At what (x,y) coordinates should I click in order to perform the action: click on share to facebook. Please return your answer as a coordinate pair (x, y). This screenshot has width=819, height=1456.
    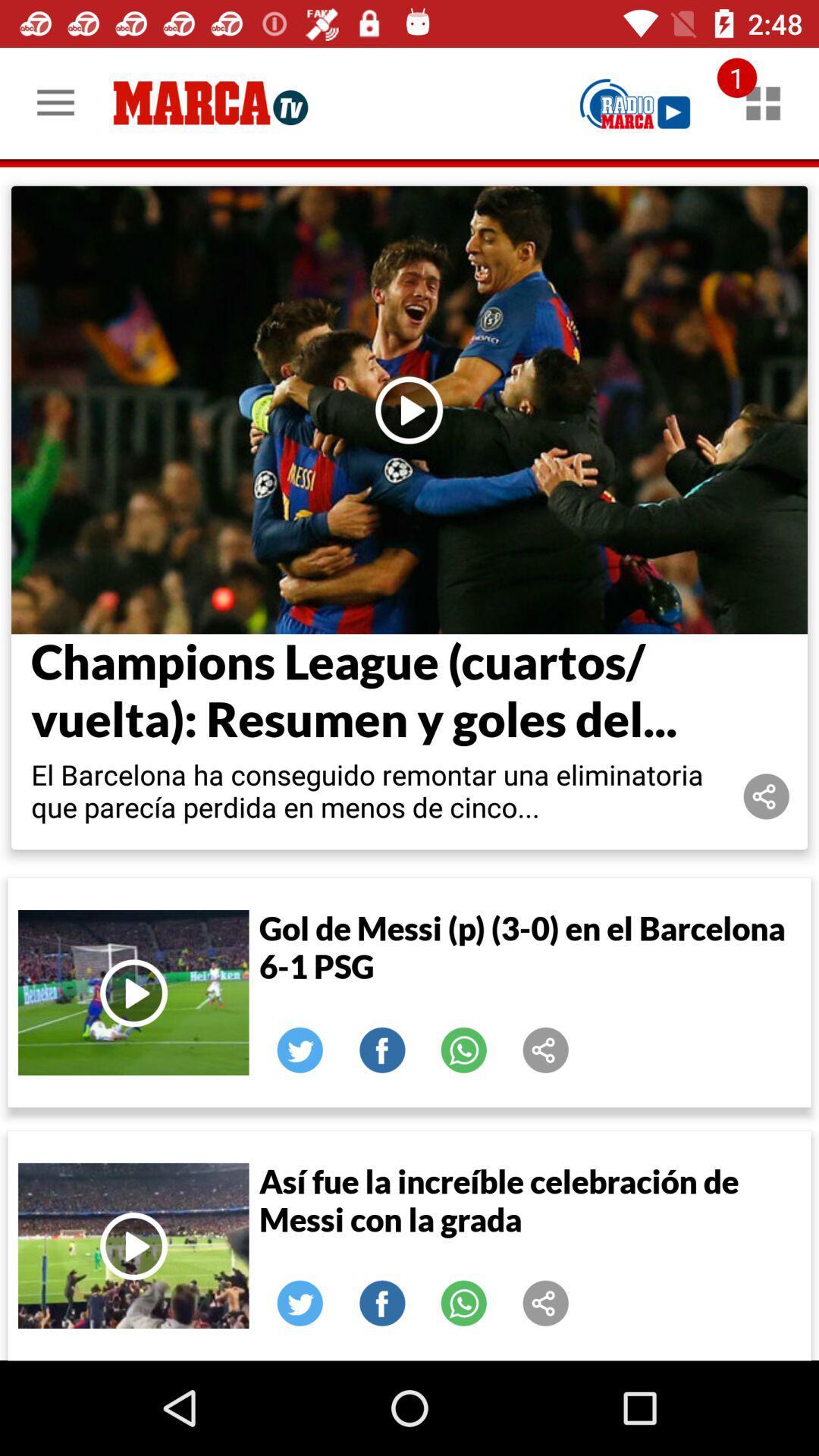
    Looking at the image, I should click on (381, 1050).